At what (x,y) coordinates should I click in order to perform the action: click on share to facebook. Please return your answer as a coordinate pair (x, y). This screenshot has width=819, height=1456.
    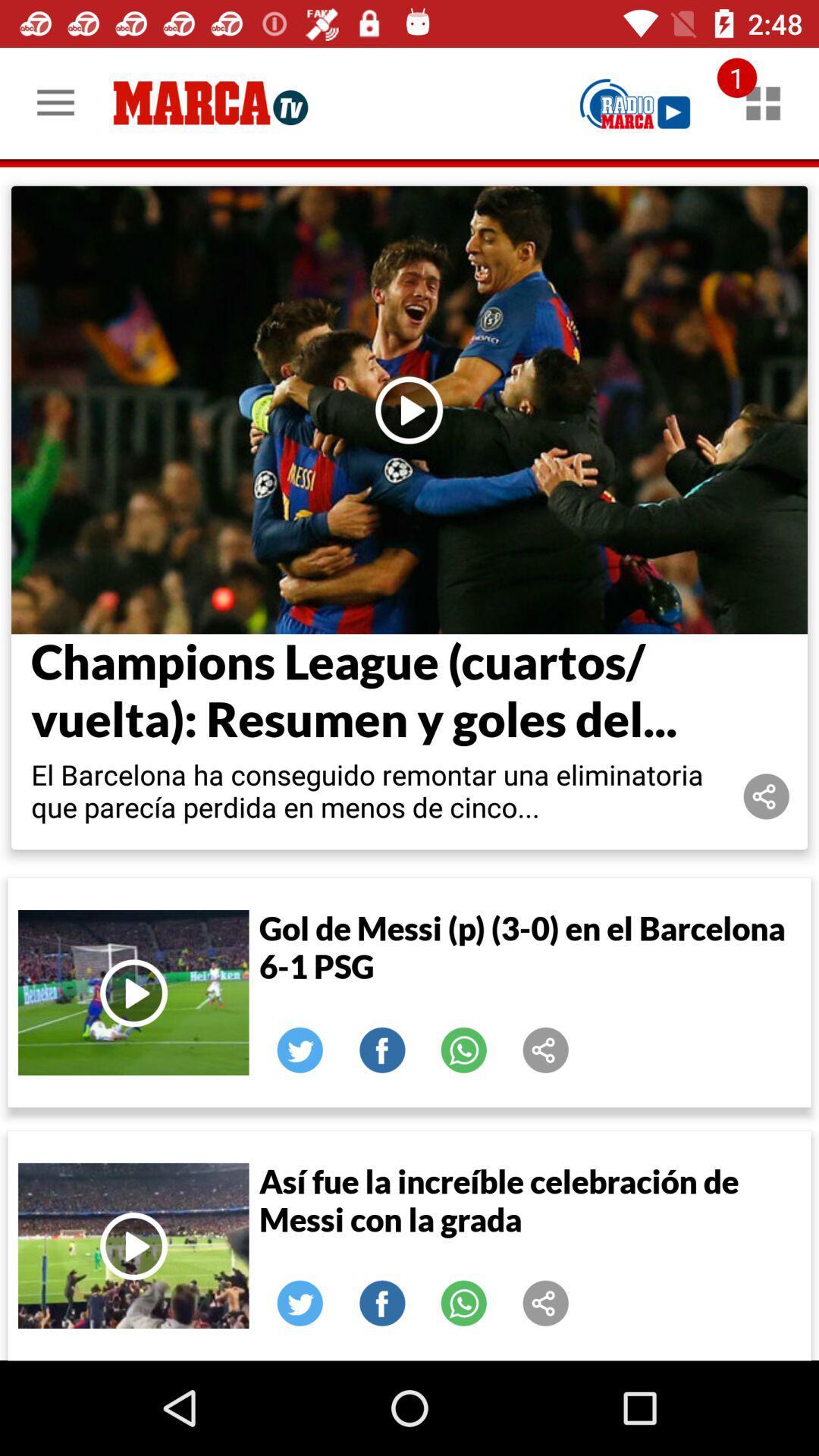
    Looking at the image, I should click on (381, 1050).